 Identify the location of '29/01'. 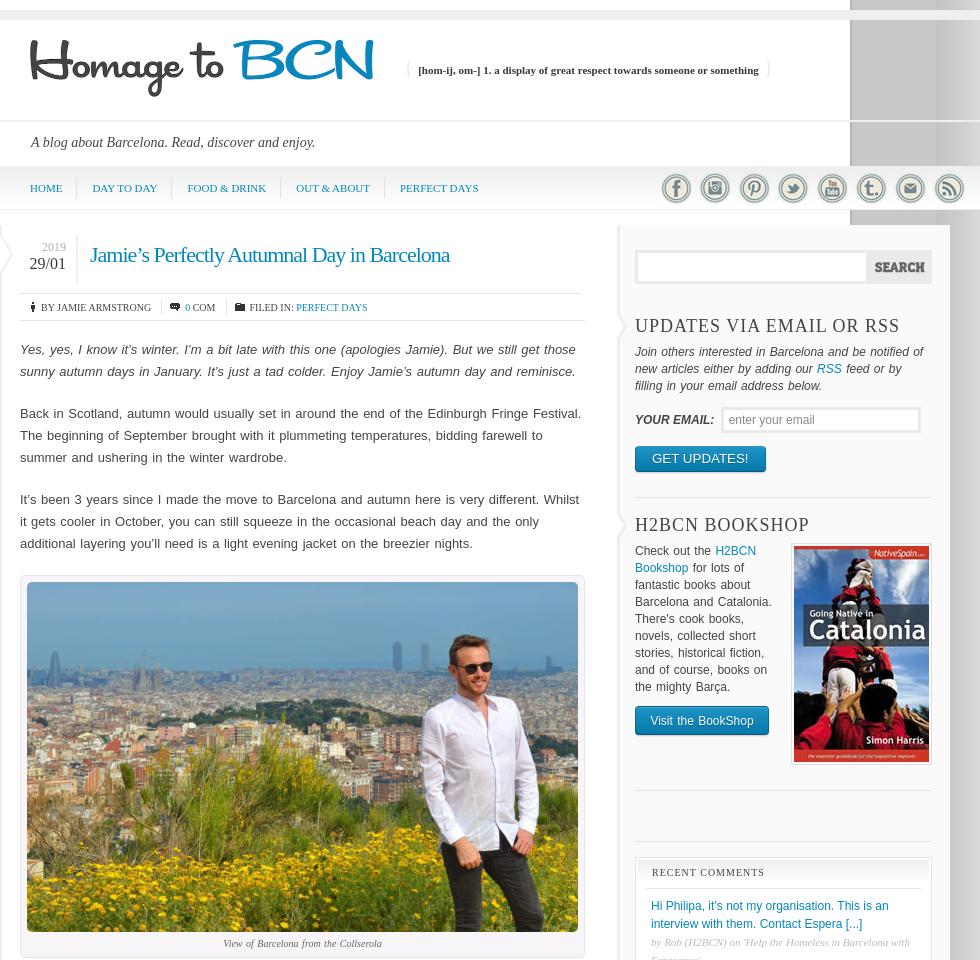
(47, 262).